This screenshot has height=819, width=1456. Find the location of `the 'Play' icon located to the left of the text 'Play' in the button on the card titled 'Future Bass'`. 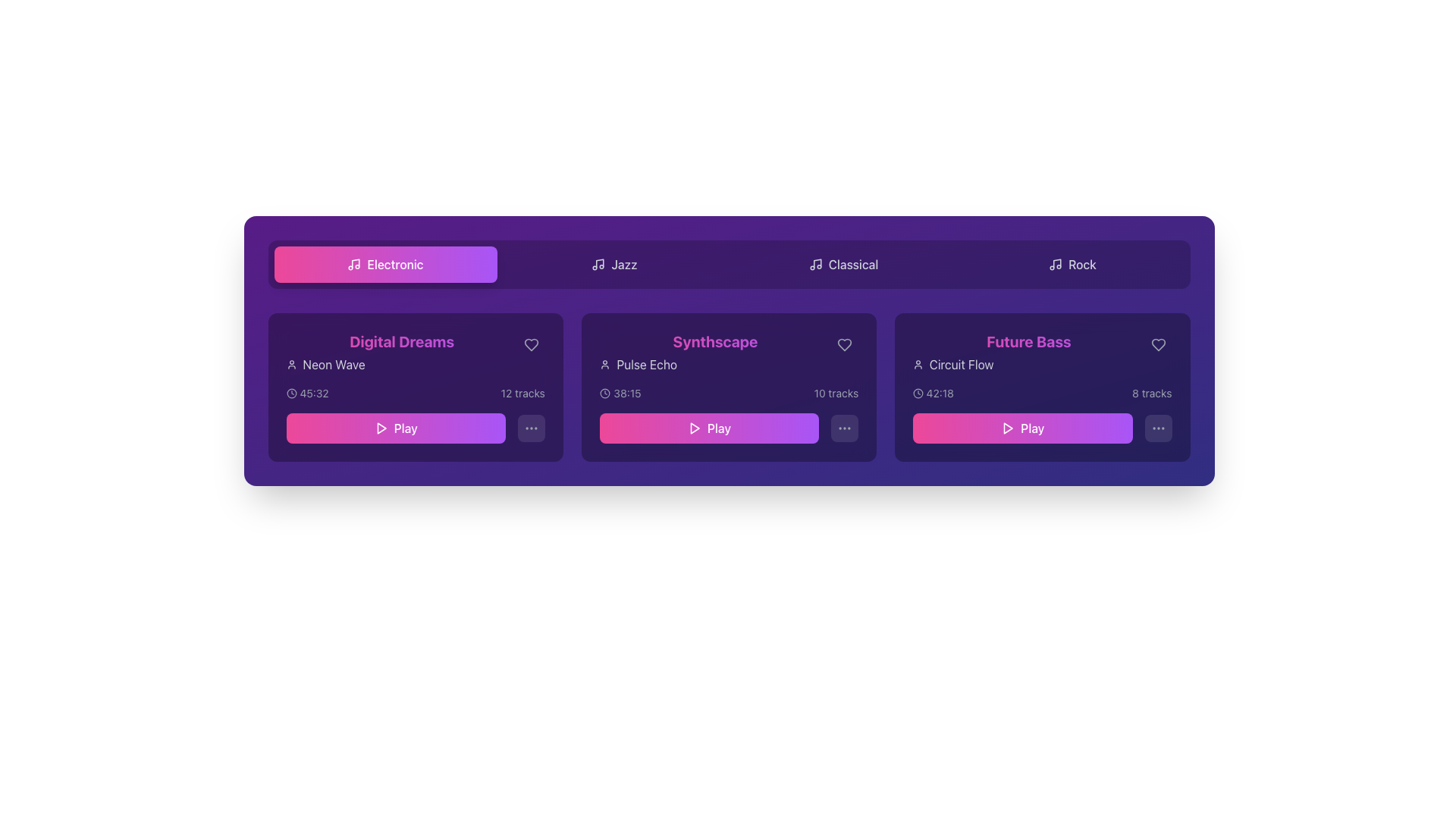

the 'Play' icon located to the left of the text 'Play' in the button on the card titled 'Future Bass' is located at coordinates (1008, 428).